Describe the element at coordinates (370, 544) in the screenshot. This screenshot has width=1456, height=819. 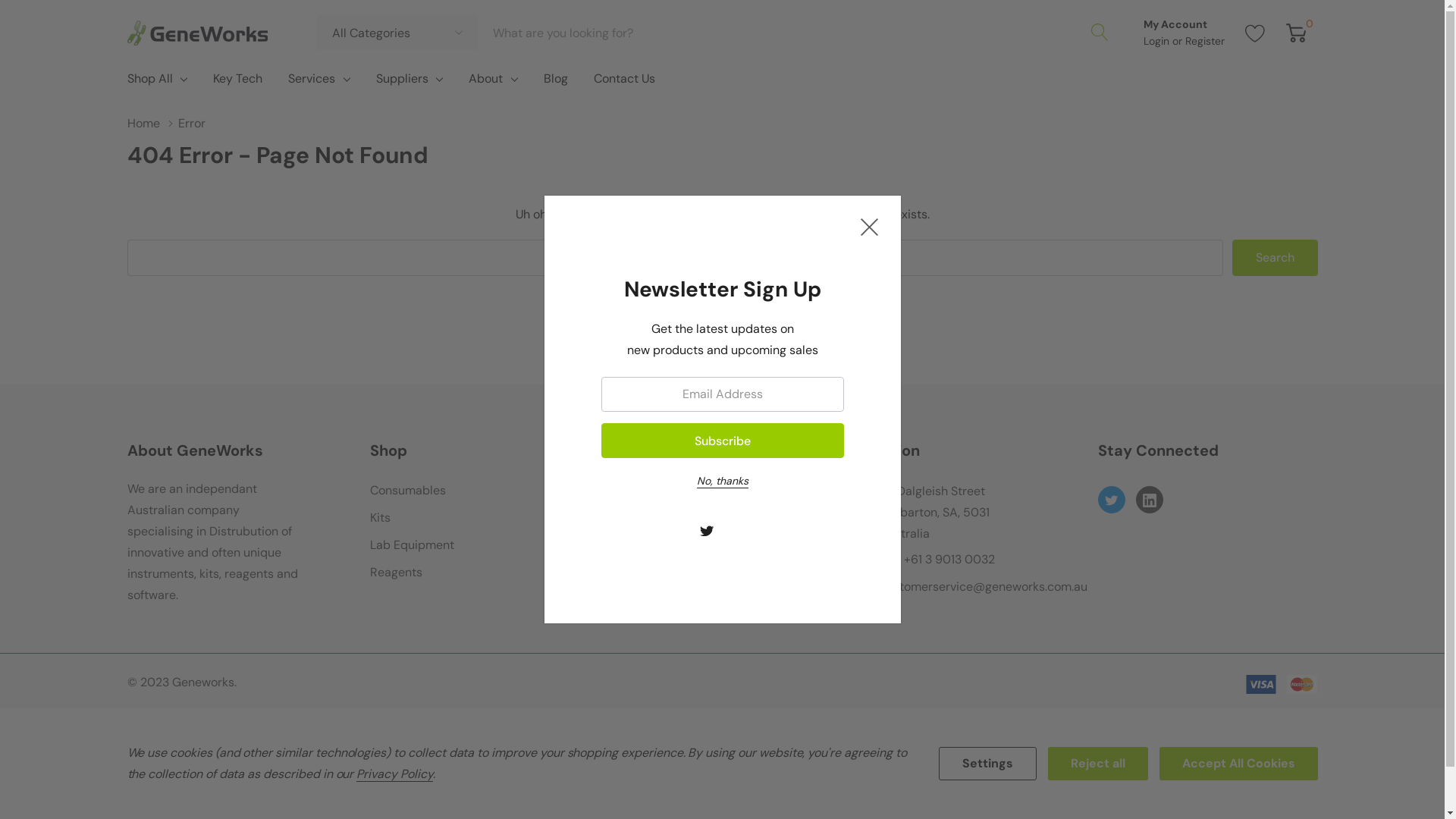
I see `'Lab Equipment'` at that location.